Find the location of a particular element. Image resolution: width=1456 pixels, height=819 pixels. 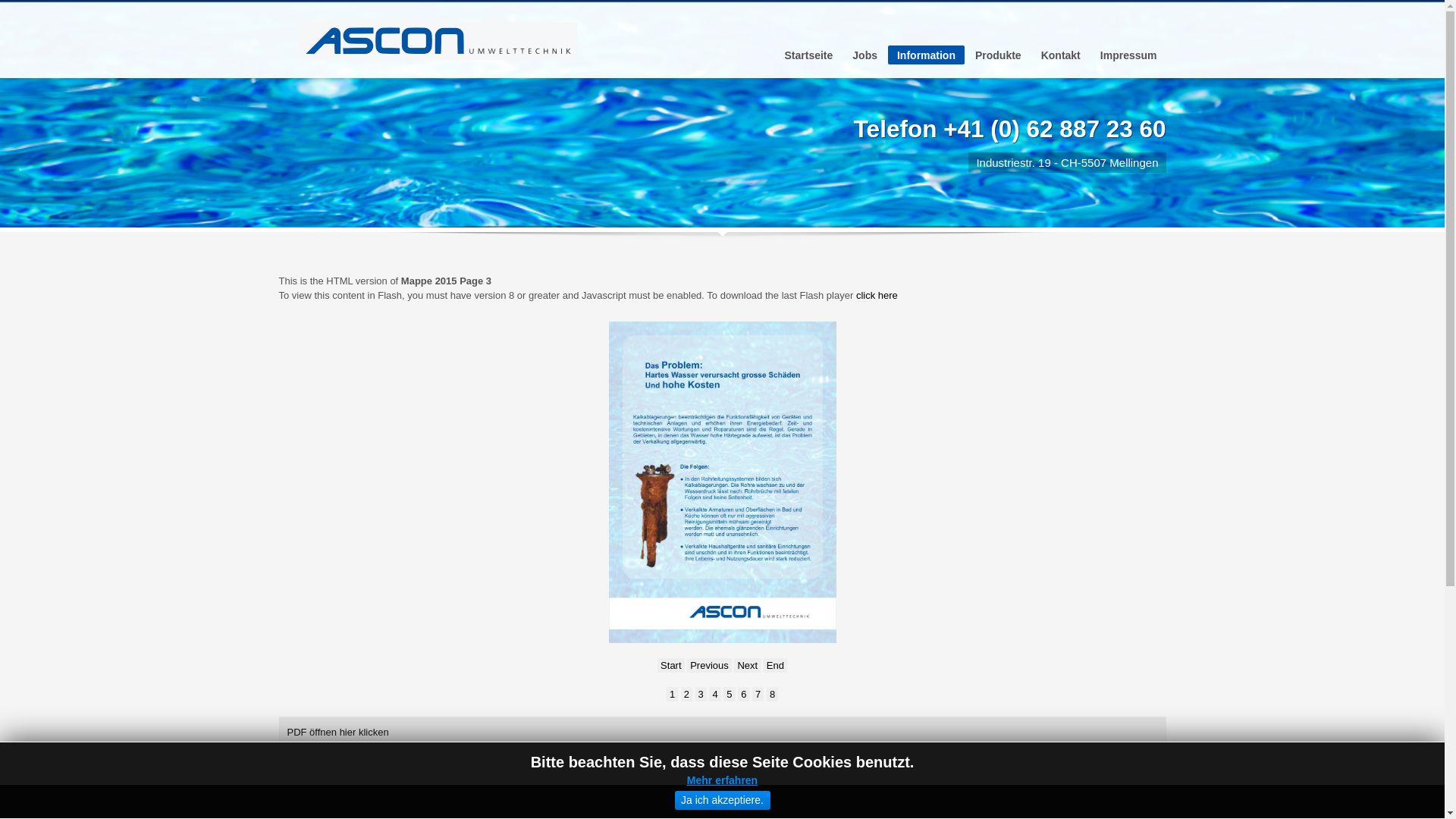

'Ascon Umwelttechnik' is located at coordinates (436, 40).